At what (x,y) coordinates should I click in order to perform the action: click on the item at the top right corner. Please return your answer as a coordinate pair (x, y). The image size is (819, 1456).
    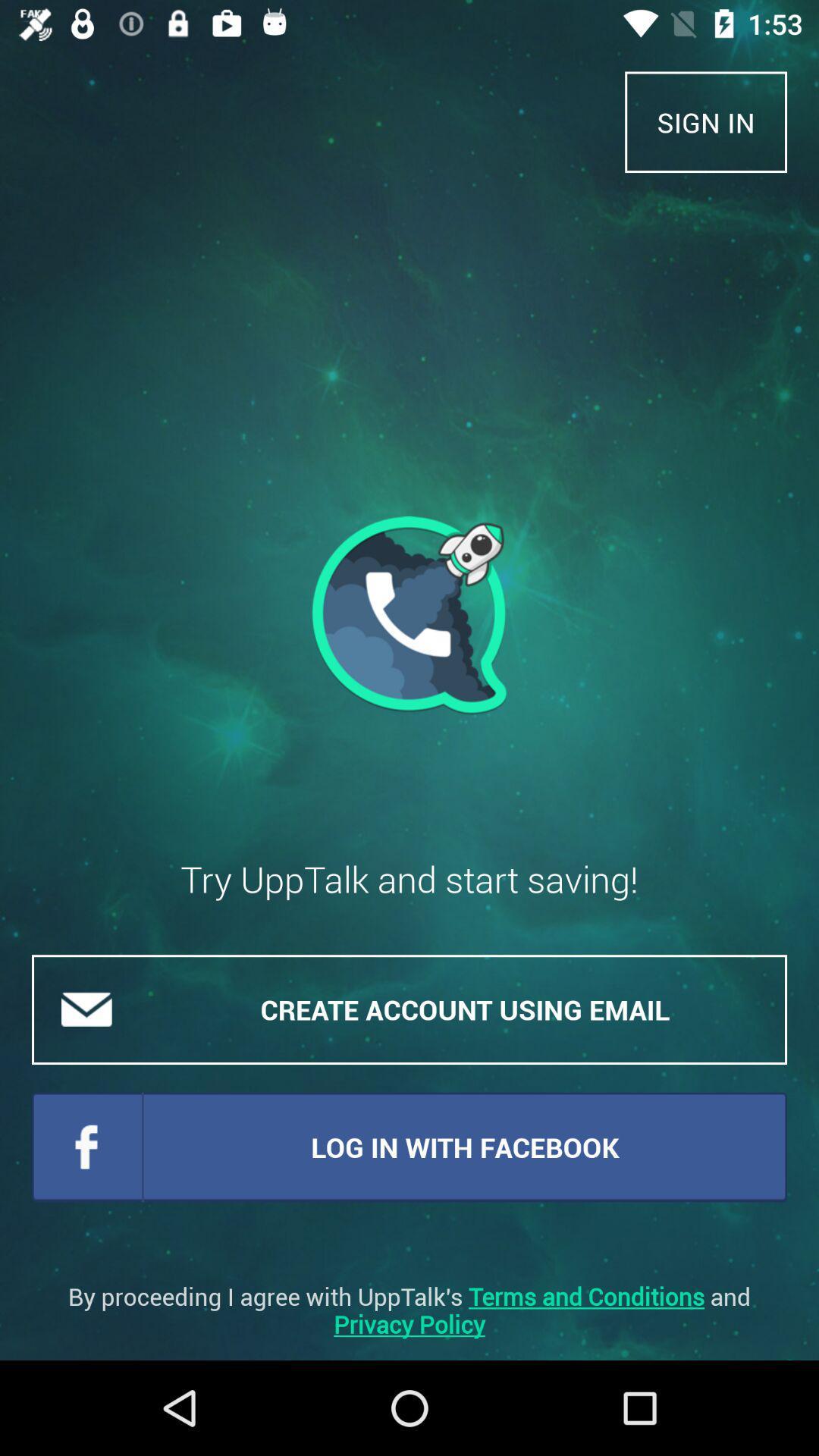
    Looking at the image, I should click on (706, 122).